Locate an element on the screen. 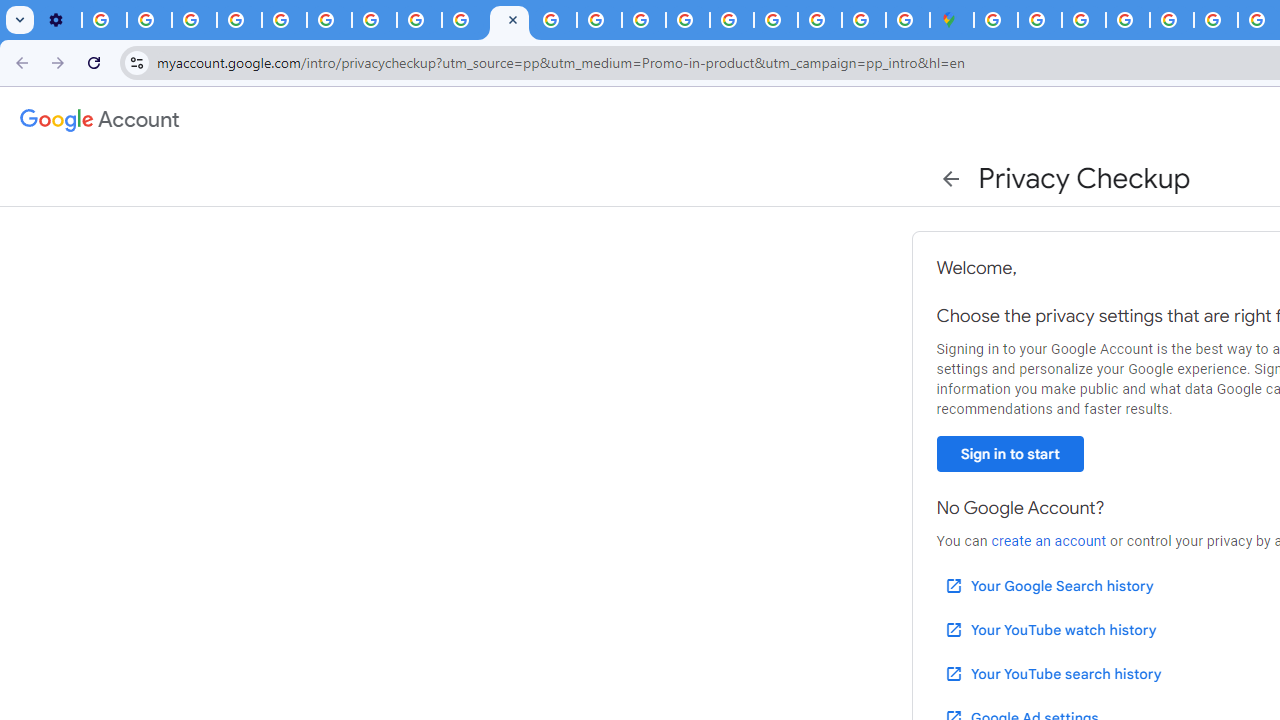 Image resolution: width=1280 pixels, height=720 pixels. 'Settings - Customize profile' is located at coordinates (59, 20).